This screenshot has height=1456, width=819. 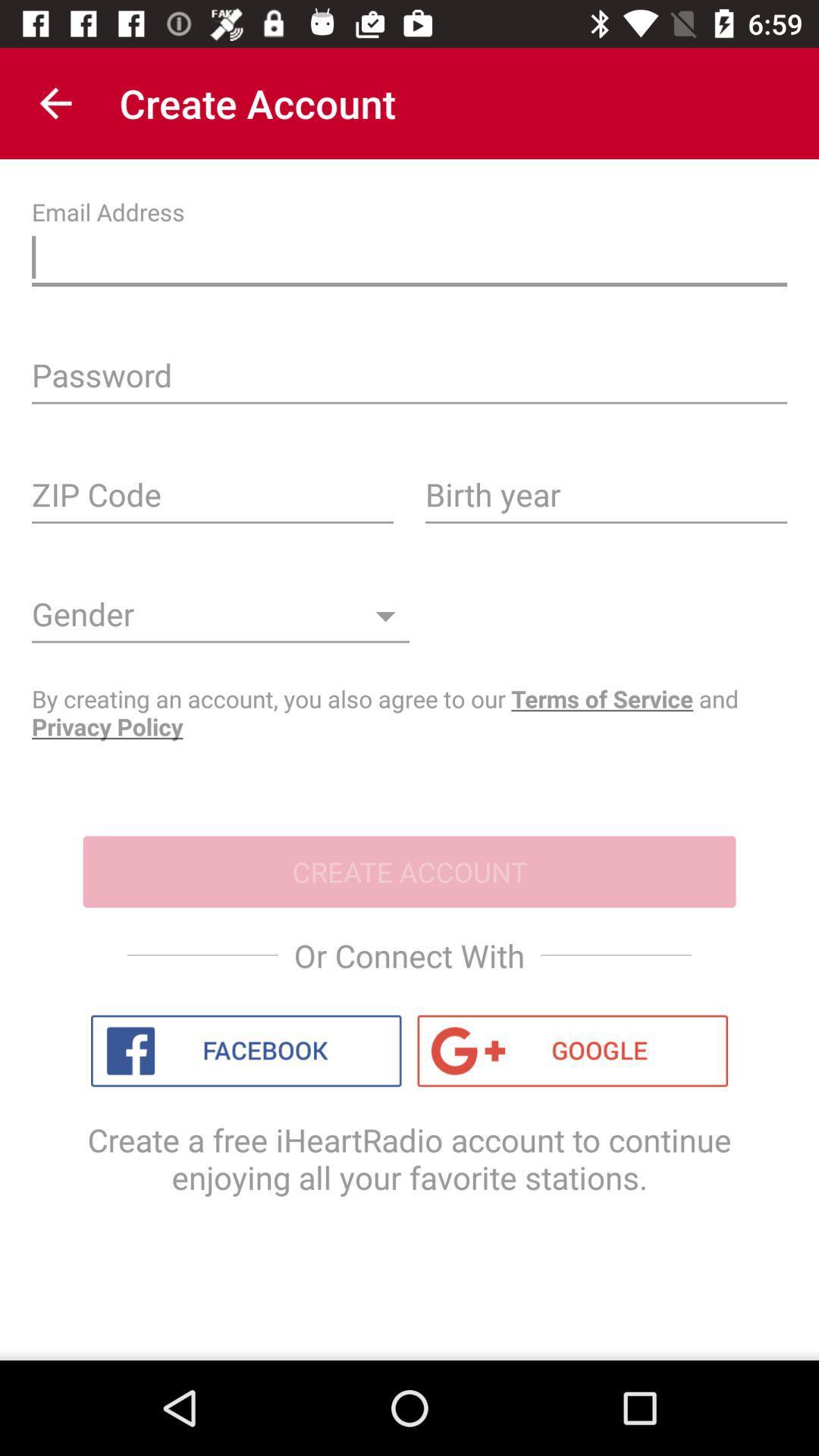 What do you see at coordinates (220, 620) in the screenshot?
I see `icon above by creating an icon` at bounding box center [220, 620].